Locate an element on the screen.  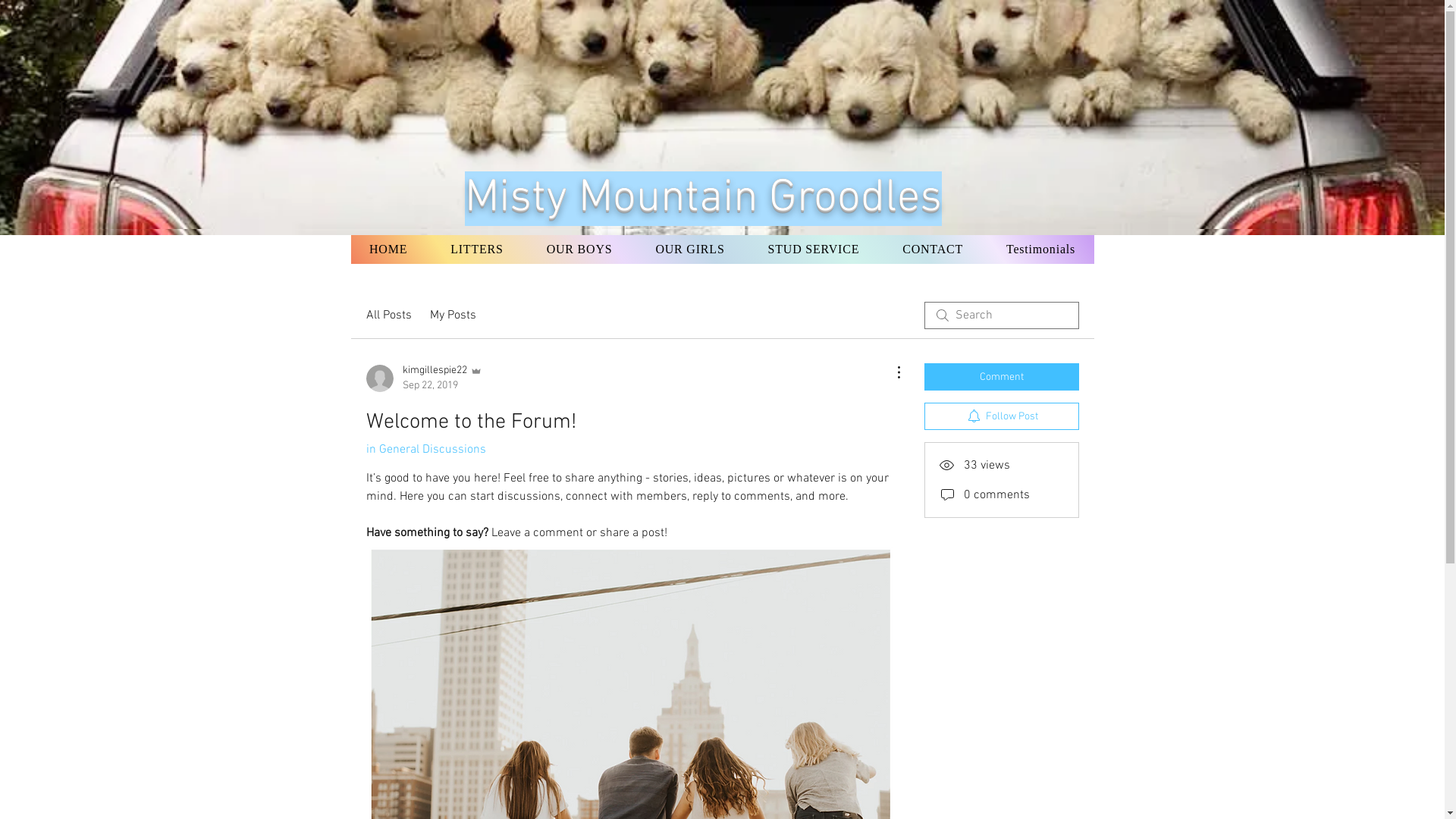
'Comment' is located at coordinates (1001, 376).